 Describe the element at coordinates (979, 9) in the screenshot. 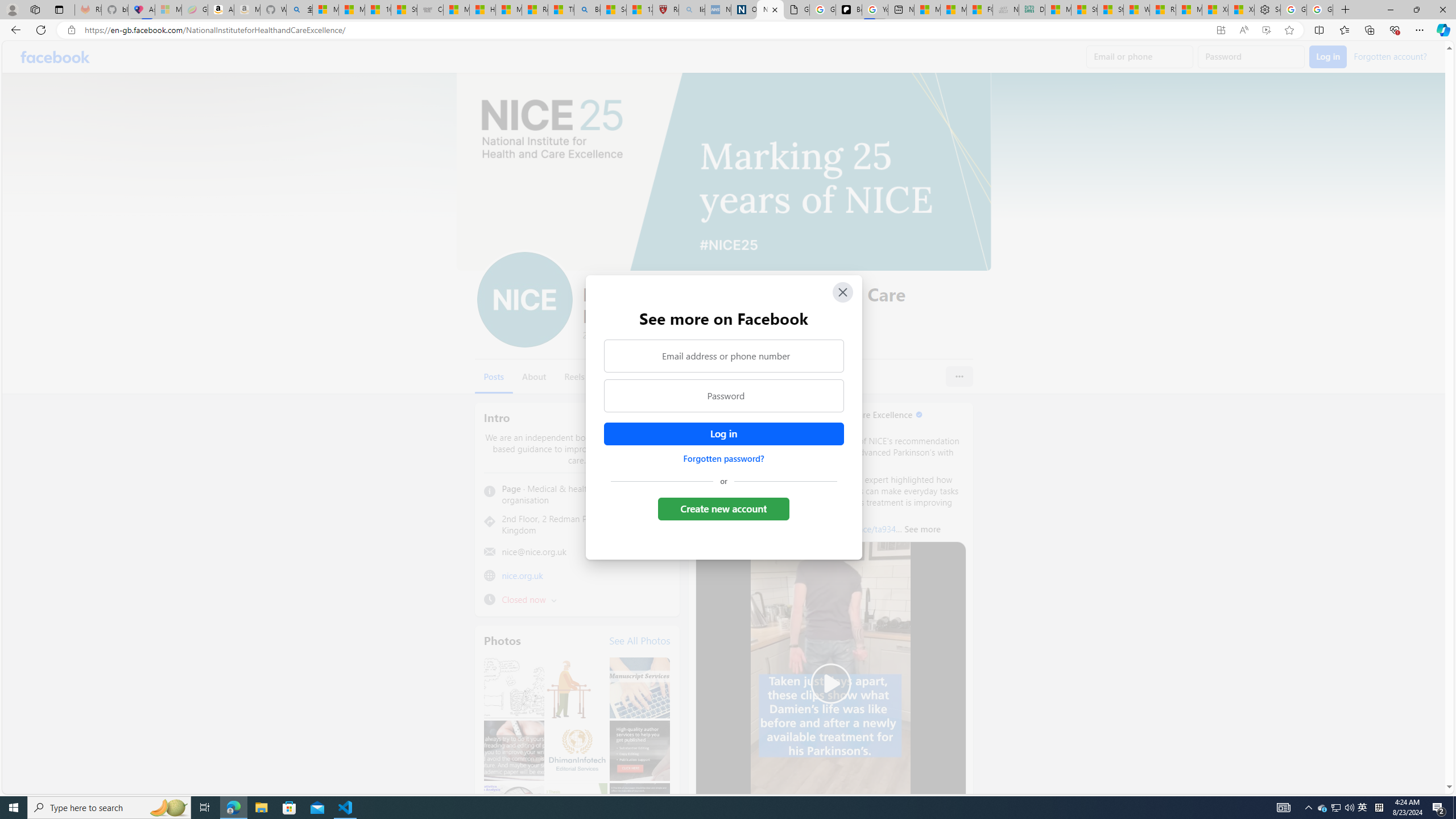

I see `'FOX News - MSN'` at that location.